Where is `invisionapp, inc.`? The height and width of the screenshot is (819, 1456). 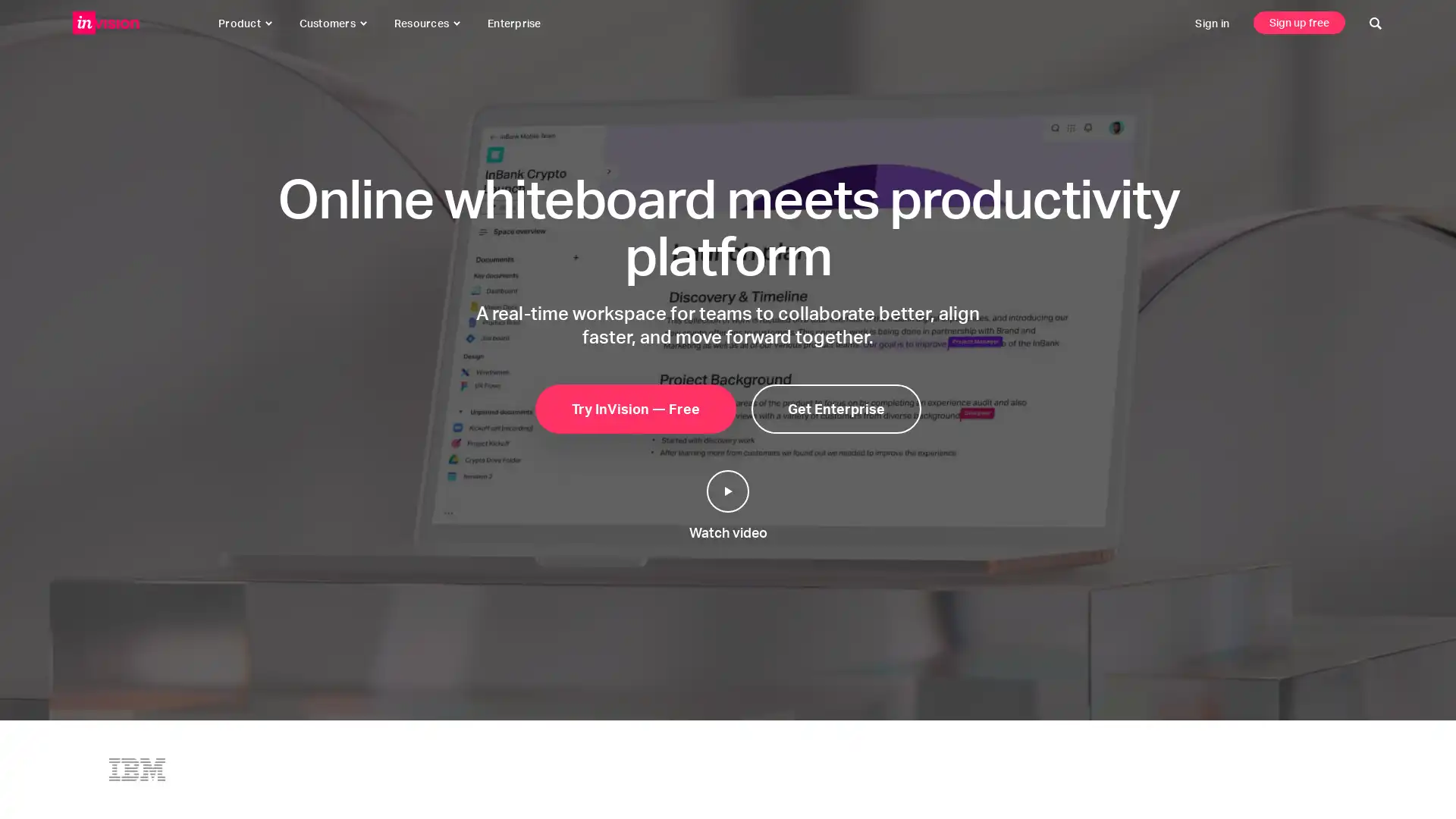 invisionapp, inc. is located at coordinates (105, 23).